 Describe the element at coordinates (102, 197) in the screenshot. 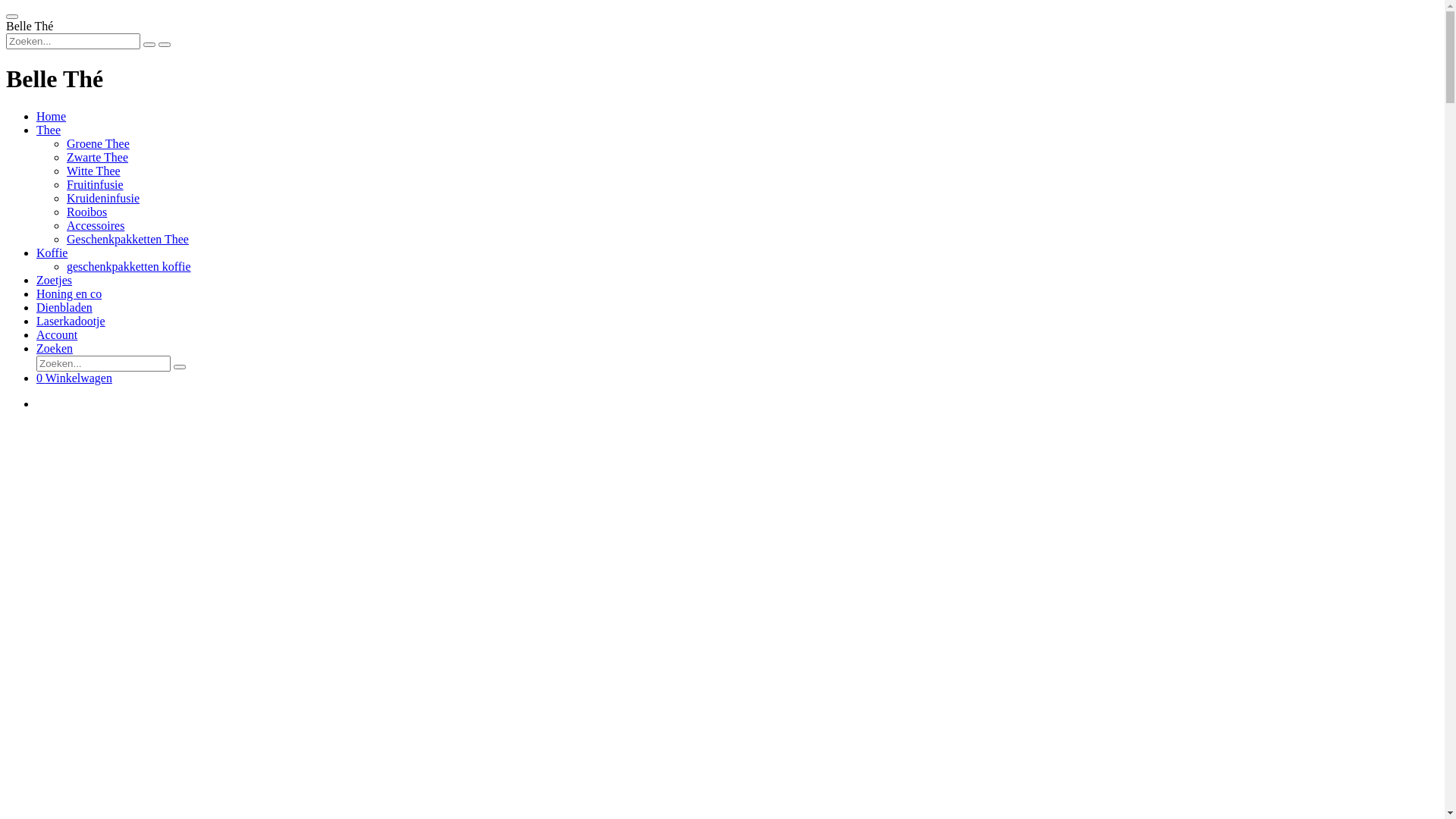

I see `'Kruideninfusie'` at that location.